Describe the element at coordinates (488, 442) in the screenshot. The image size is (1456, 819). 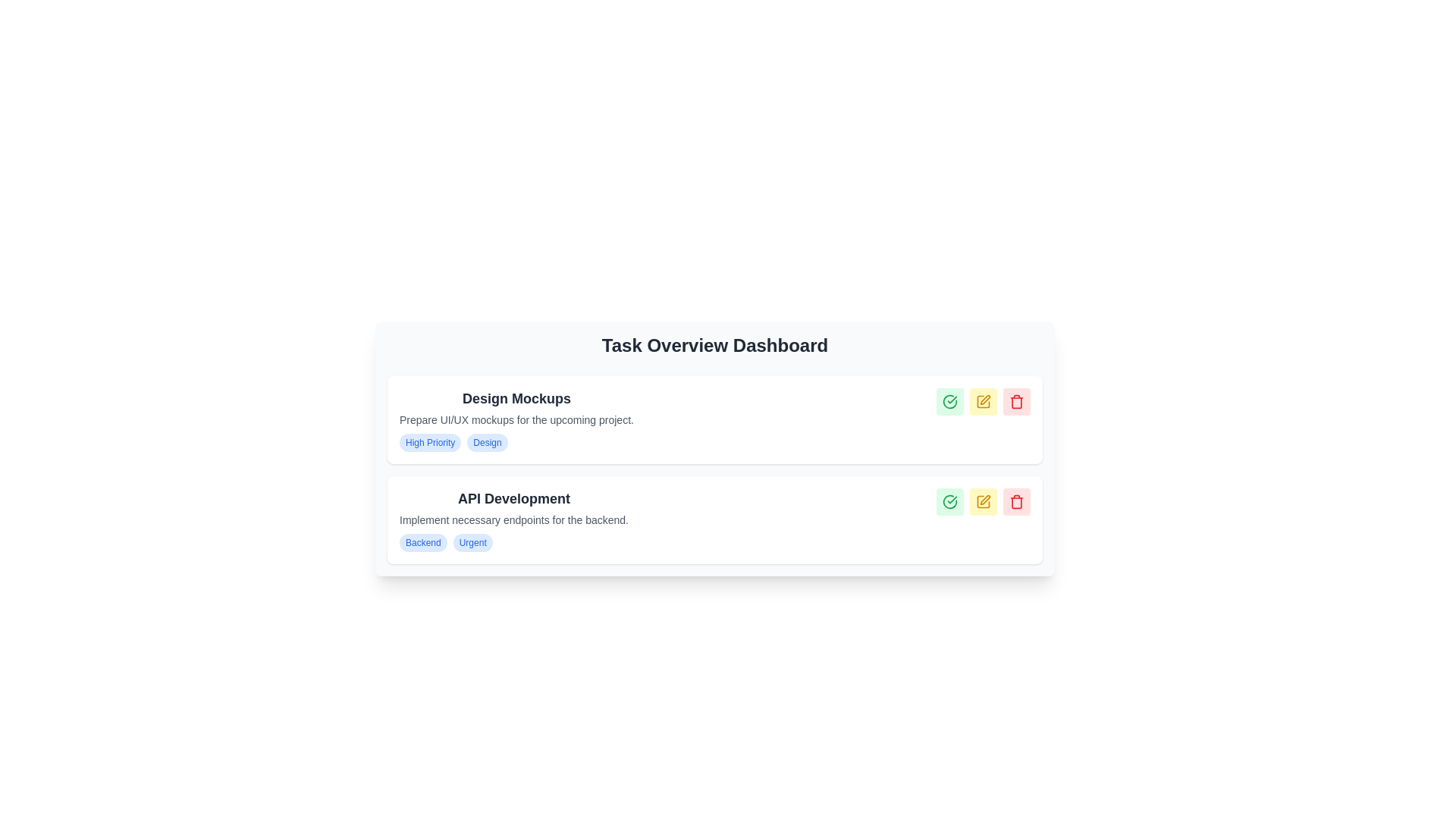
I see `the interactive badge located in the 'Design Mockups' section of the task overview dashboard, which is the second tag to the right of the 'High Priority' tag` at that location.